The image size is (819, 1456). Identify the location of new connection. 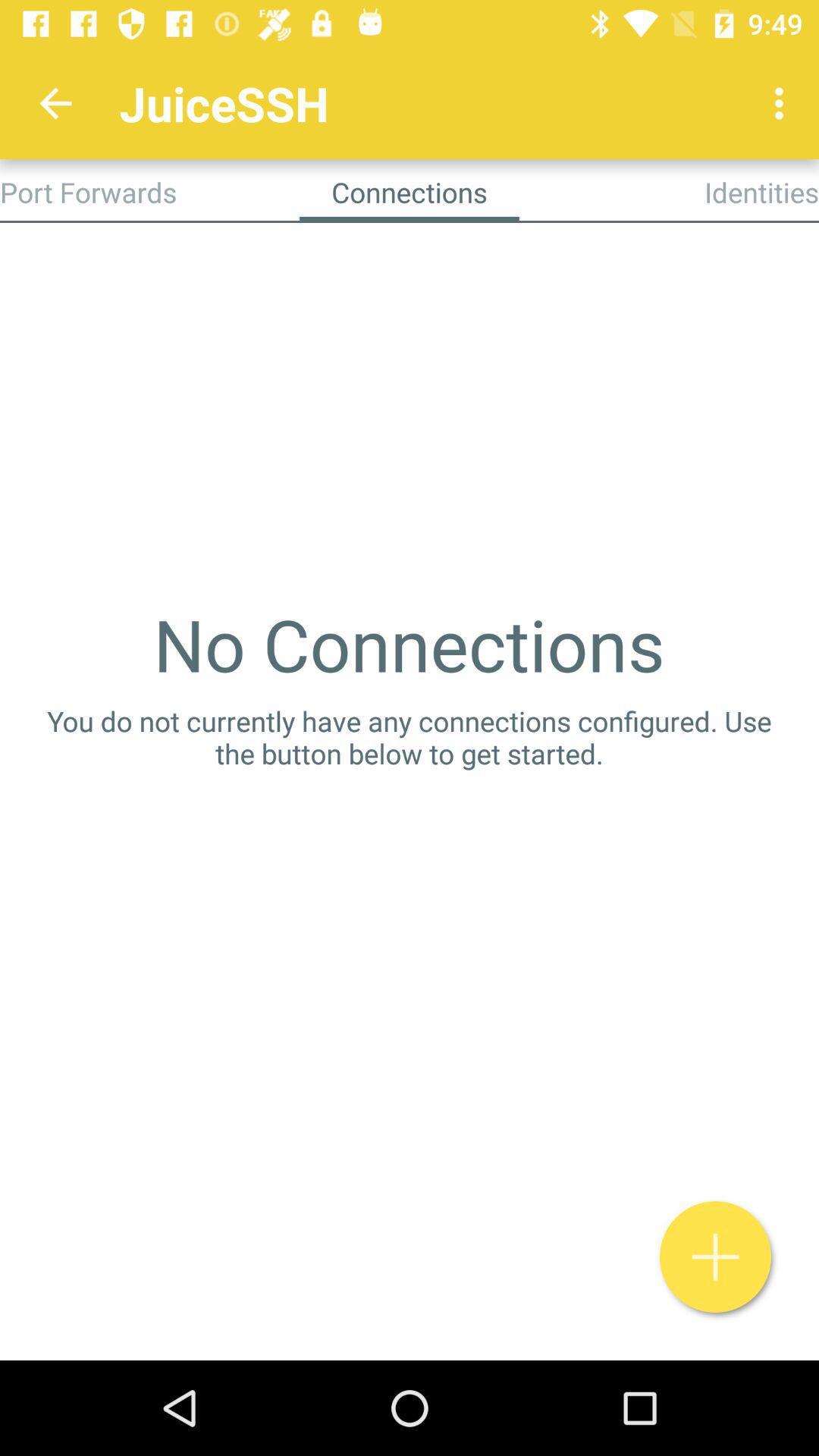
(715, 1257).